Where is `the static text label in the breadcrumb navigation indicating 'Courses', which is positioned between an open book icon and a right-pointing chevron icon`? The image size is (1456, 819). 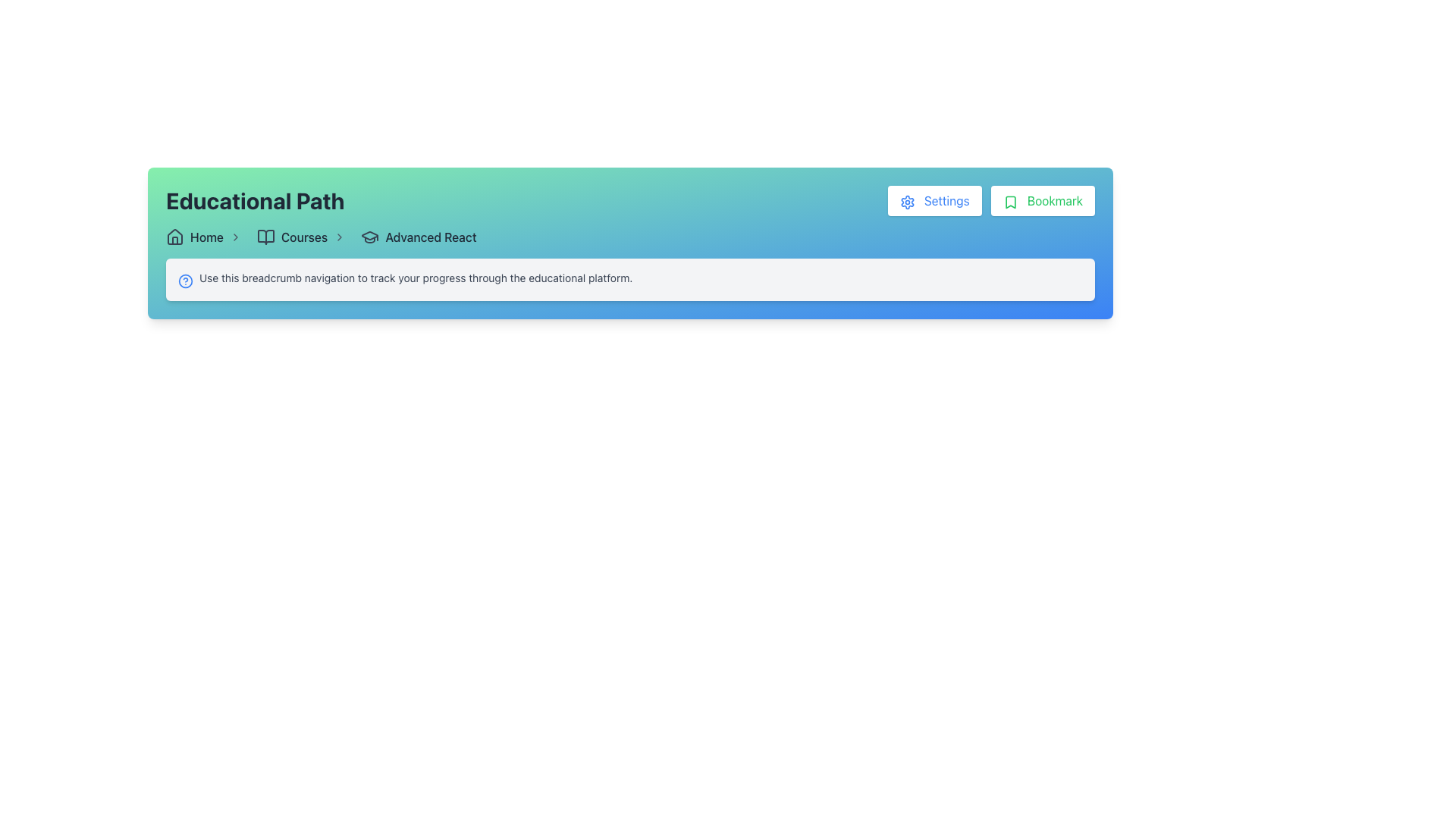
the static text label in the breadcrumb navigation indicating 'Courses', which is positioned between an open book icon and a right-pointing chevron icon is located at coordinates (303, 237).